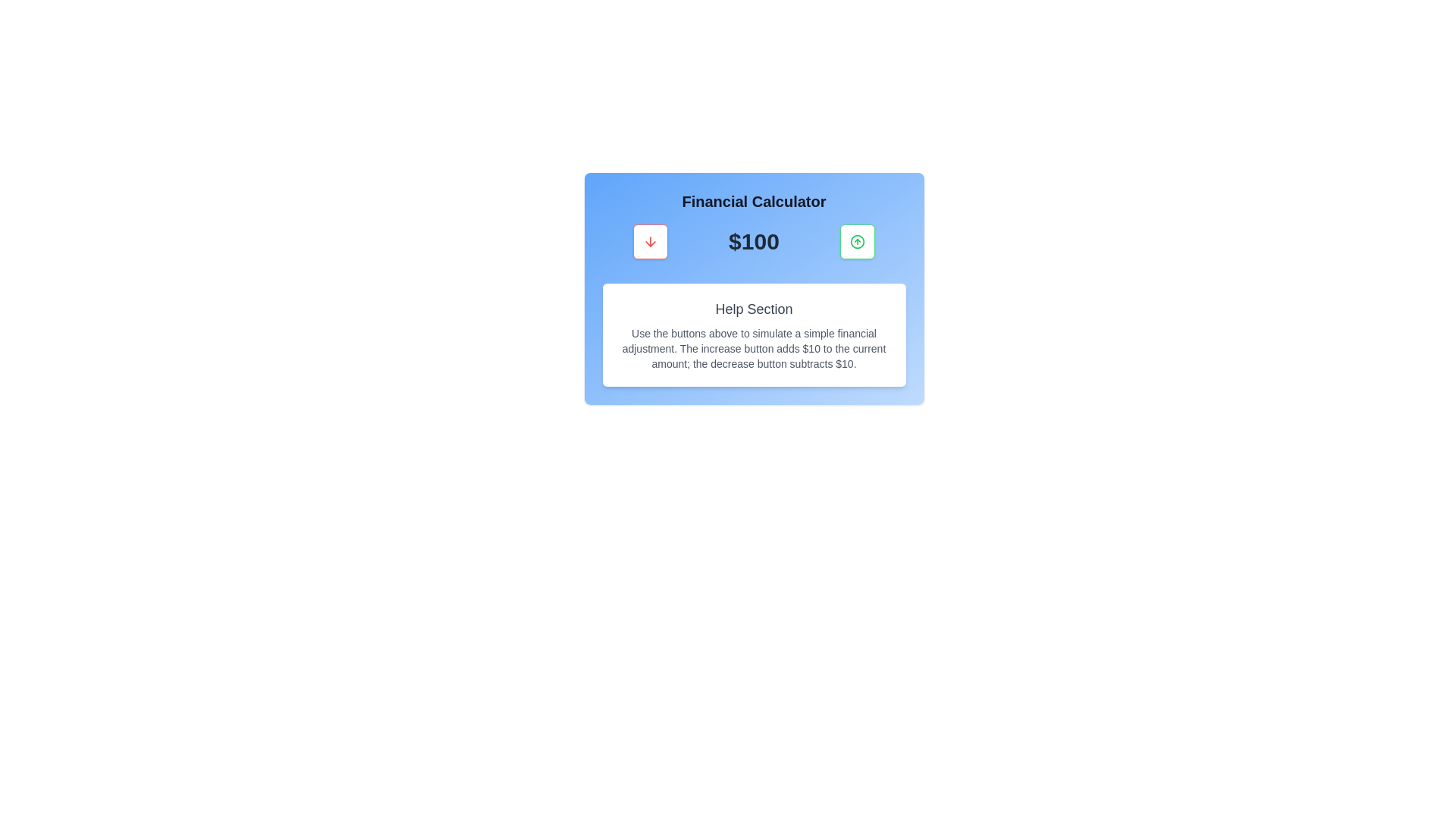 This screenshot has height=819, width=1456. I want to click on the decrease button in the financial calculator interface, which is a red-bordered square button positioned on the left side of a horizontal pair of buttons, so click(650, 241).